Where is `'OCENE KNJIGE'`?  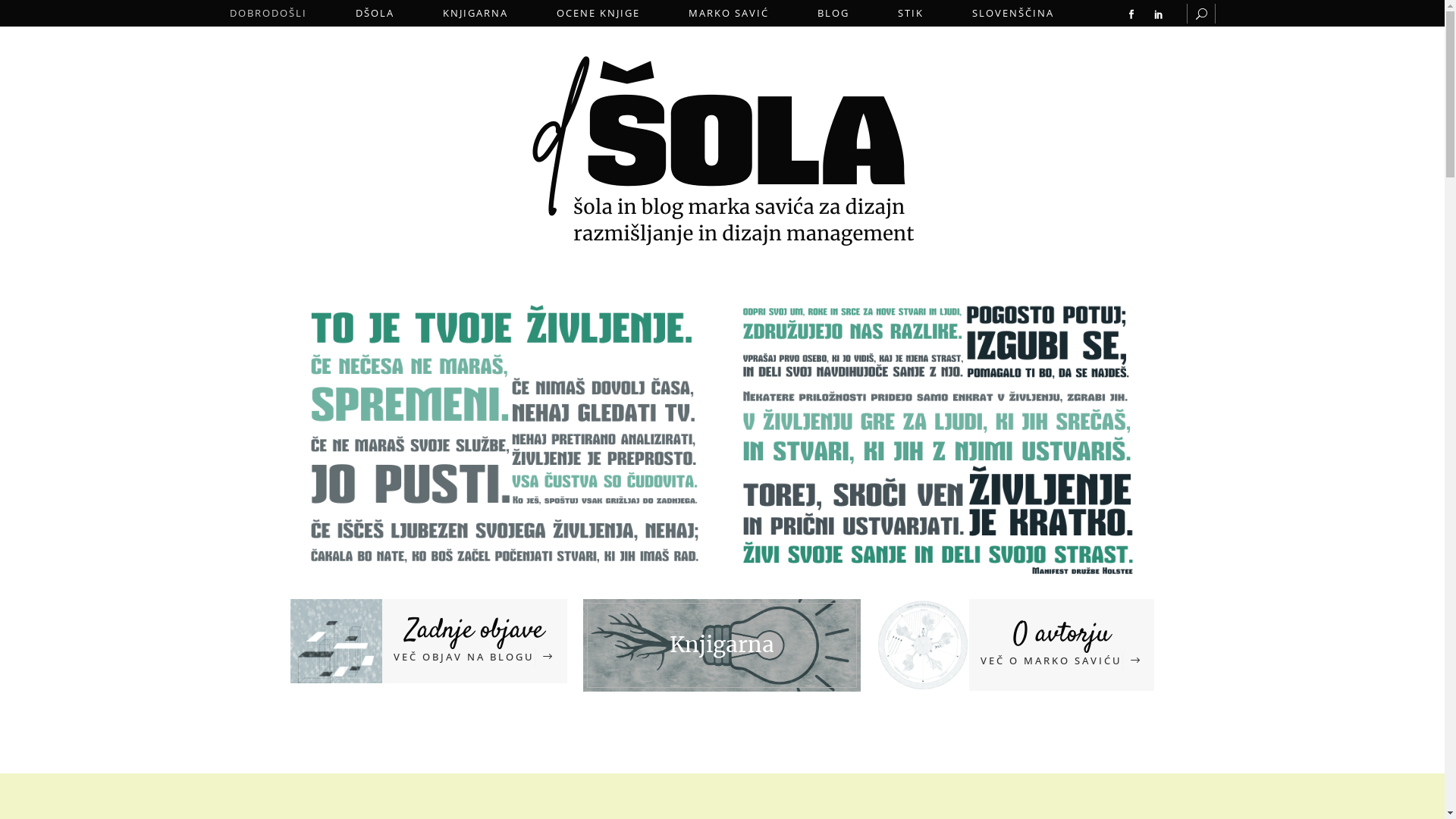 'OCENE KNJIGE' is located at coordinates (597, 13).